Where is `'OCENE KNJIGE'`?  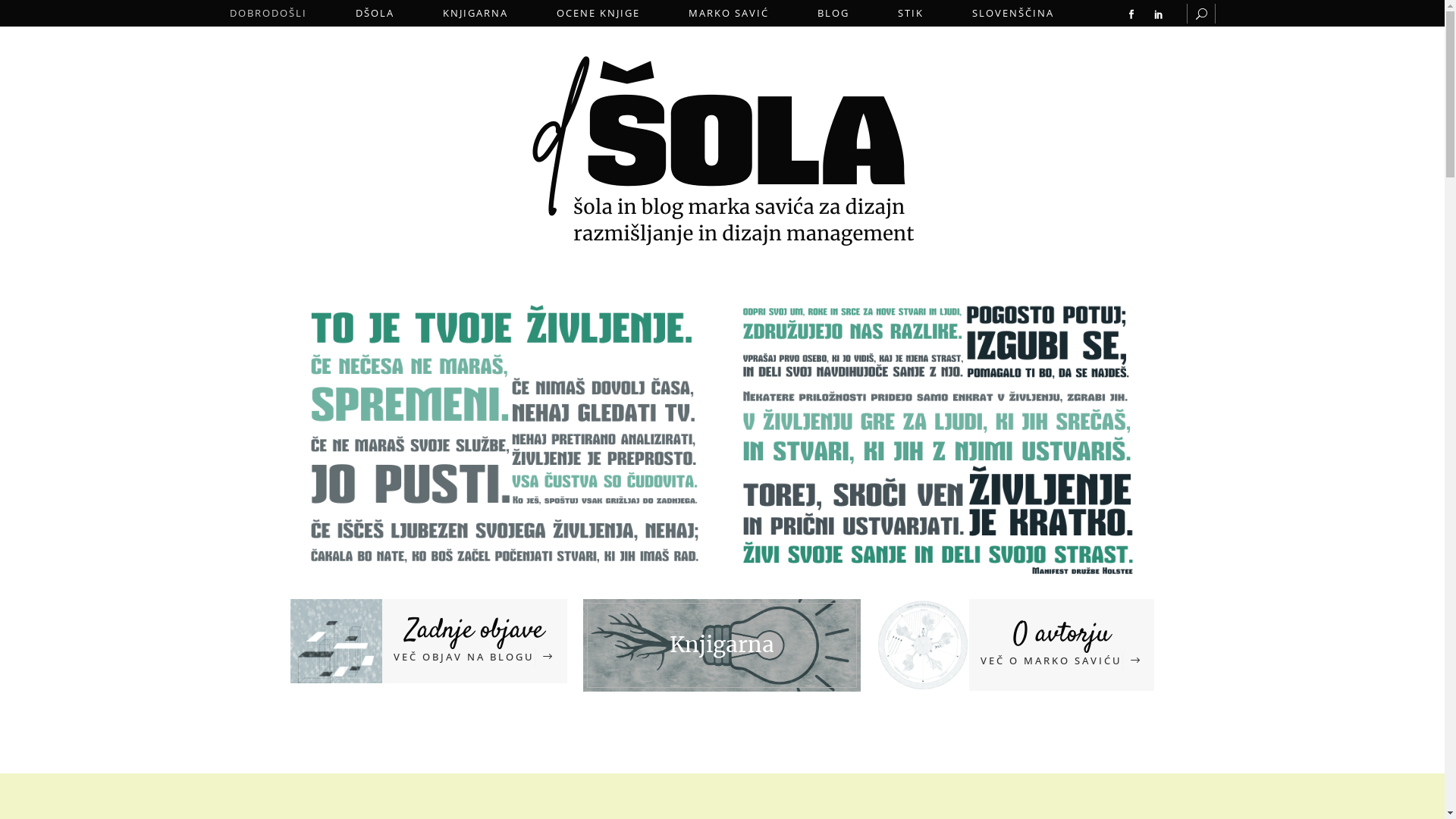 'OCENE KNJIGE' is located at coordinates (597, 13).